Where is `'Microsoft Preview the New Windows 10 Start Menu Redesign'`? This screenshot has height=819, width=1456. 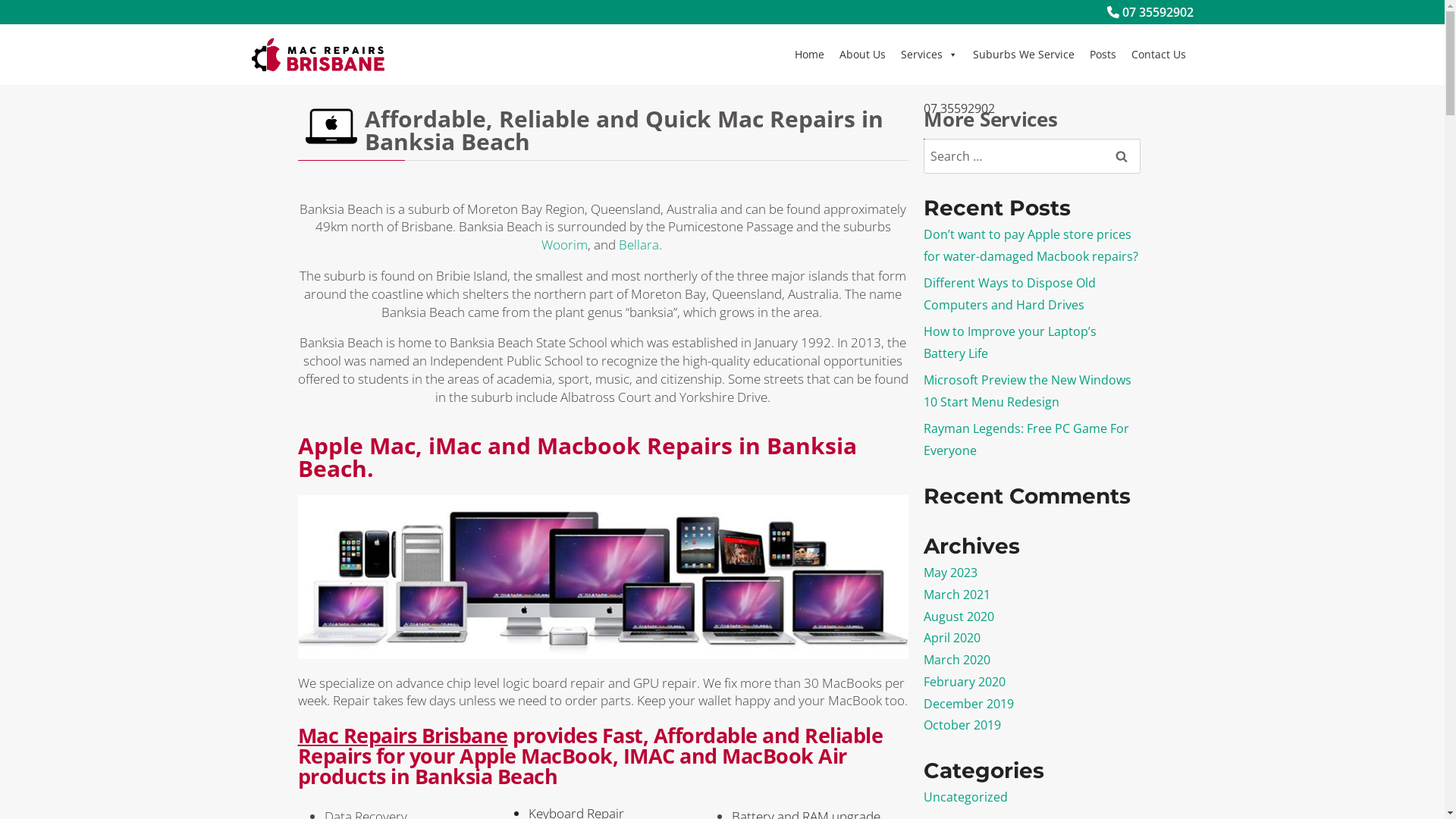 'Microsoft Preview the New Windows 10 Start Menu Redesign' is located at coordinates (1027, 390).